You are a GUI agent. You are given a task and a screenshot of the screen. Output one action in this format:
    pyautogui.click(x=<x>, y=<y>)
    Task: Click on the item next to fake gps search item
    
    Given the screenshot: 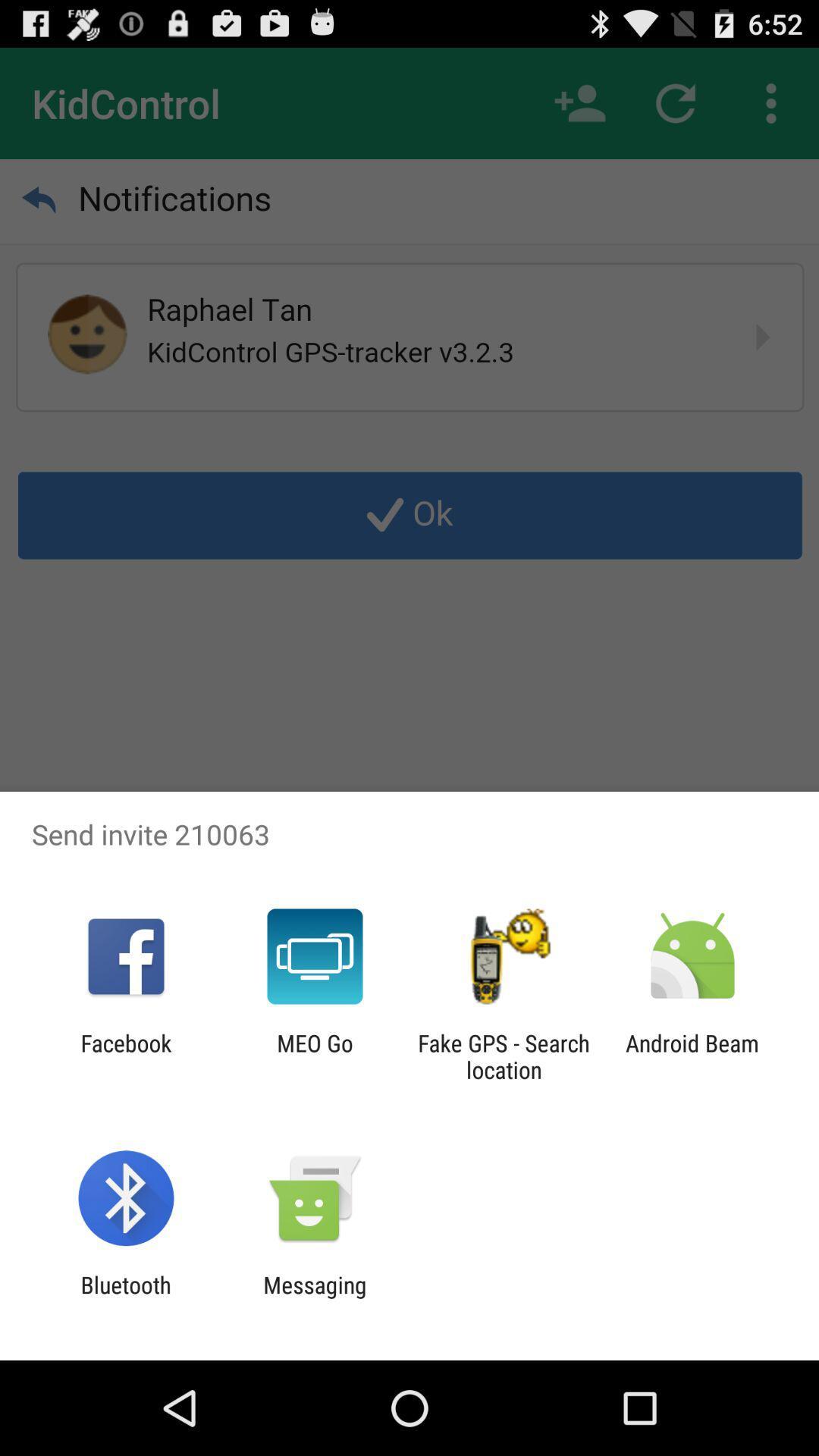 What is the action you would take?
    pyautogui.click(x=314, y=1056)
    